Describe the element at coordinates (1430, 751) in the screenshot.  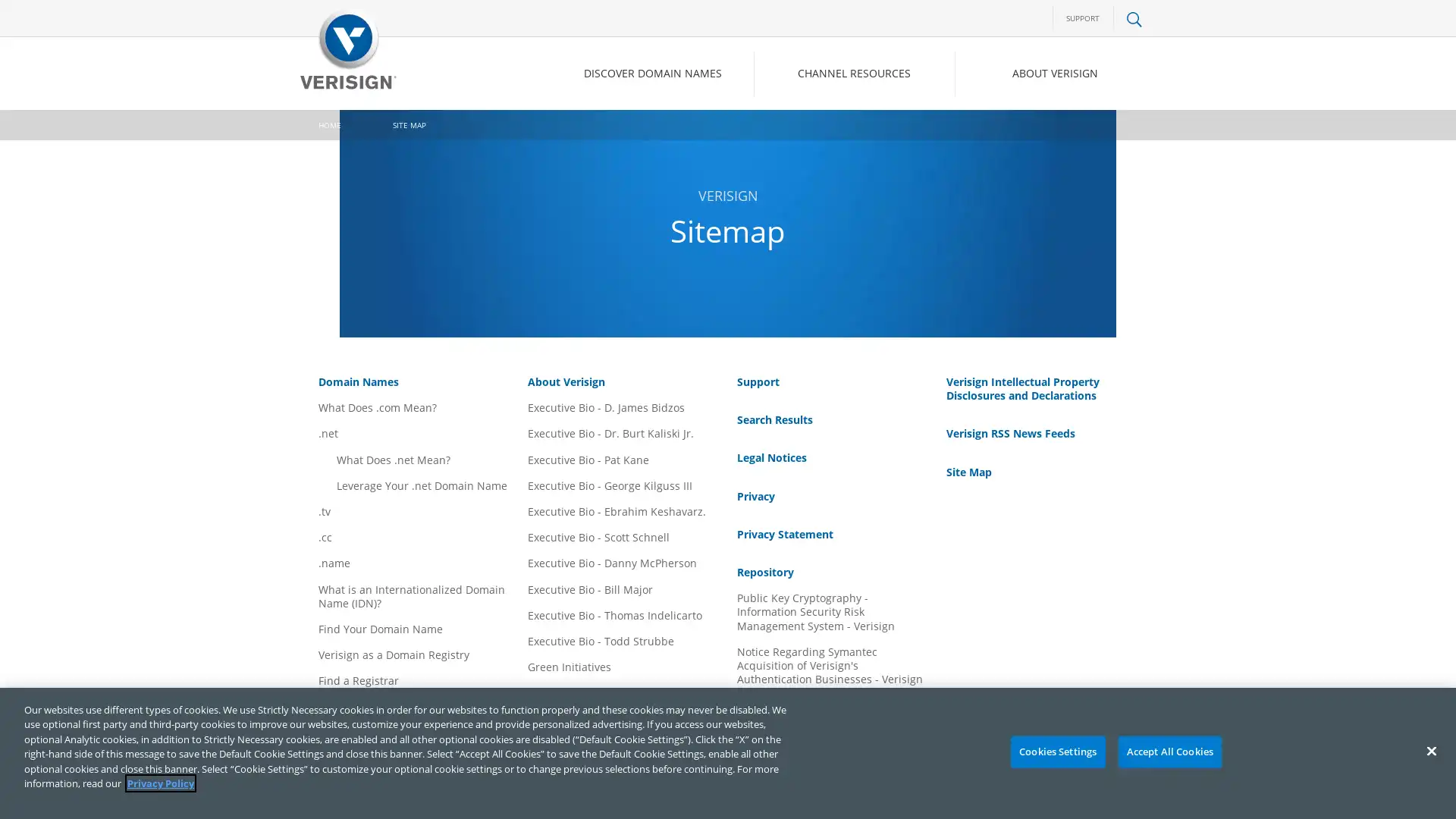
I see `Close` at that location.